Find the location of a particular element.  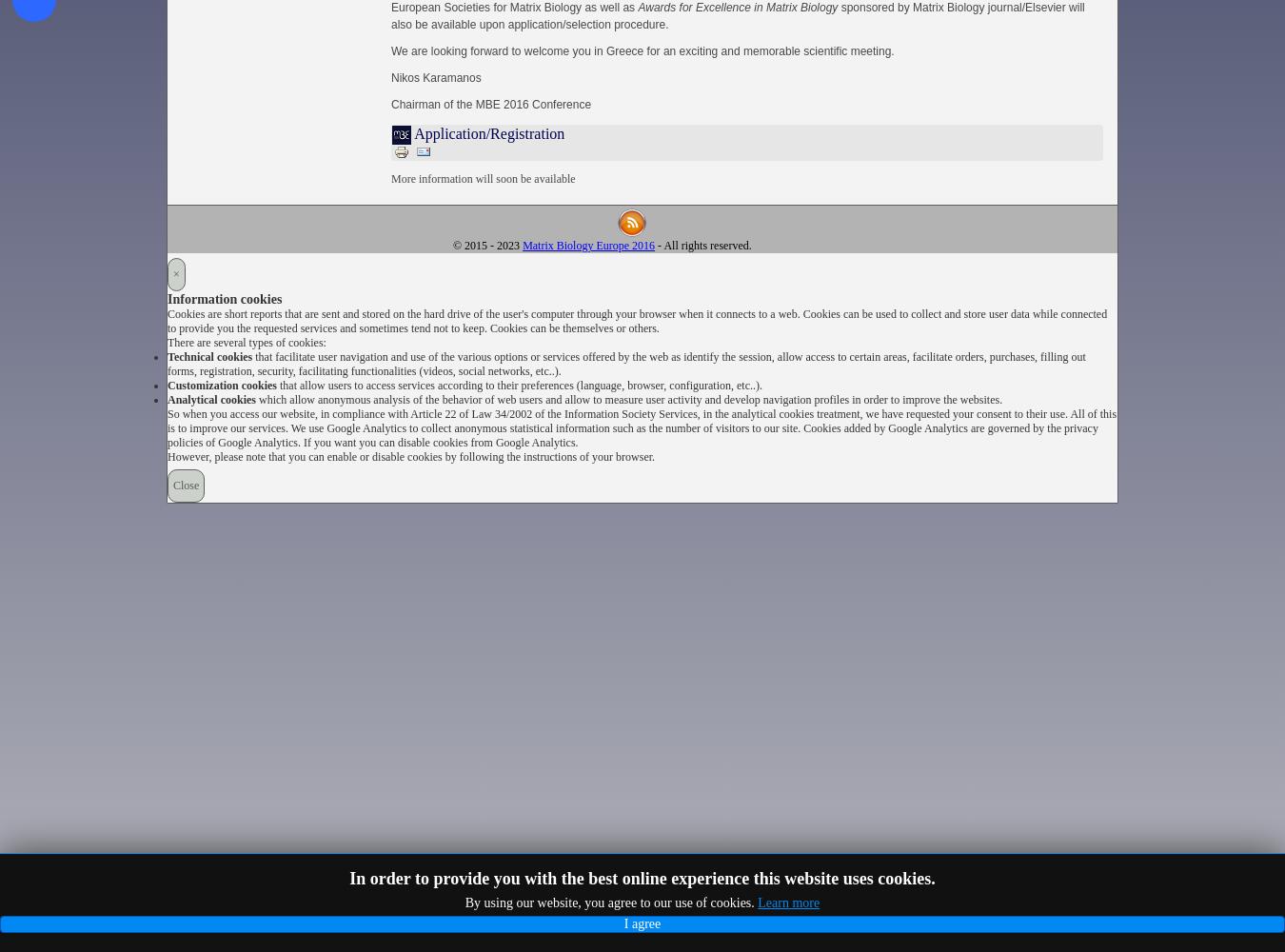

'Cookies are short reports that are sent and stored on the hard drive of the user's computer through your browser when it connects to a web. Cookies can be used to collect and store user data while connected to provide you the requested services and sometimes tend not to keep. Cookies can be themselves or others.' is located at coordinates (637, 320).